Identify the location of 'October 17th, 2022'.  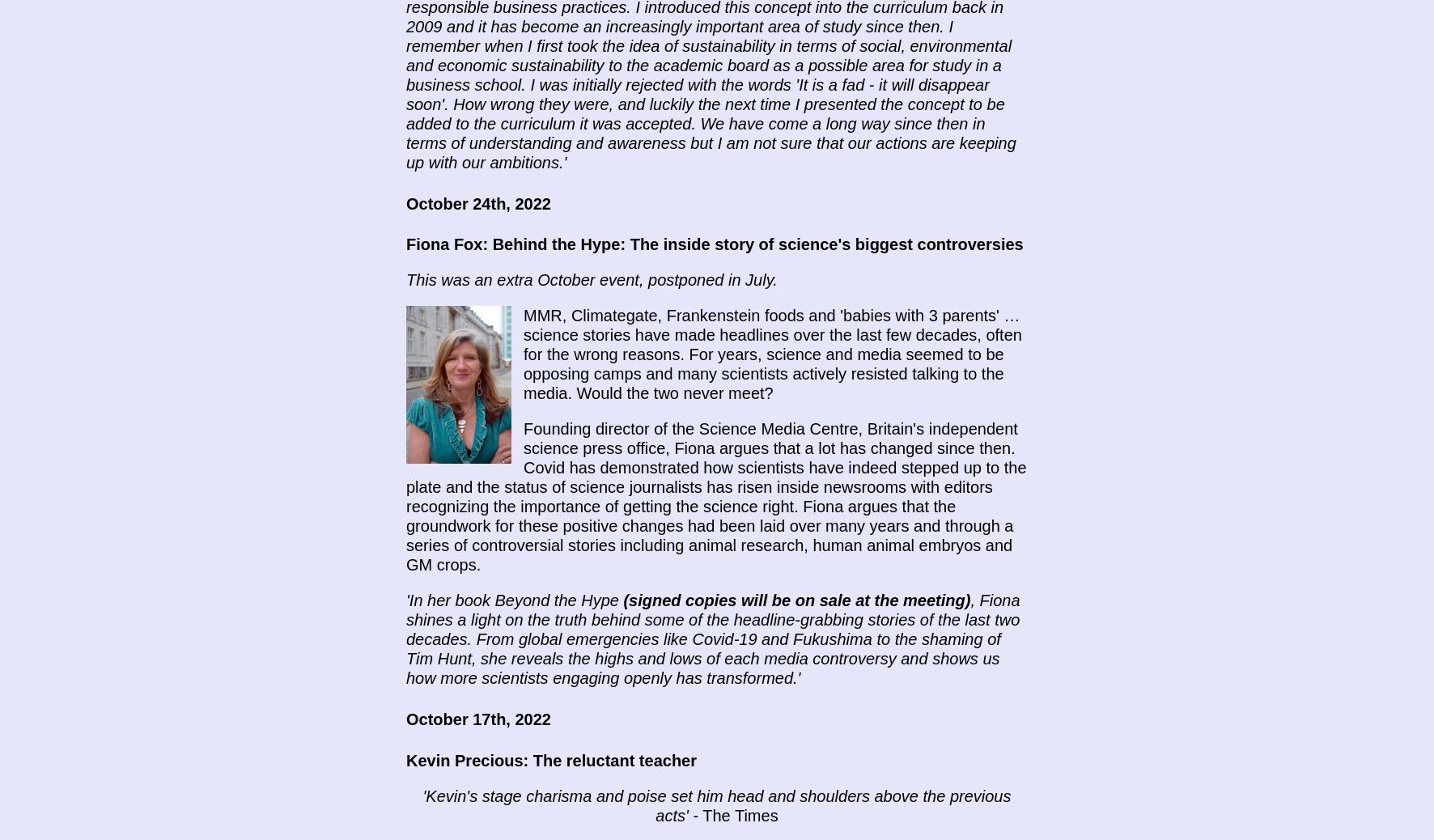
(477, 719).